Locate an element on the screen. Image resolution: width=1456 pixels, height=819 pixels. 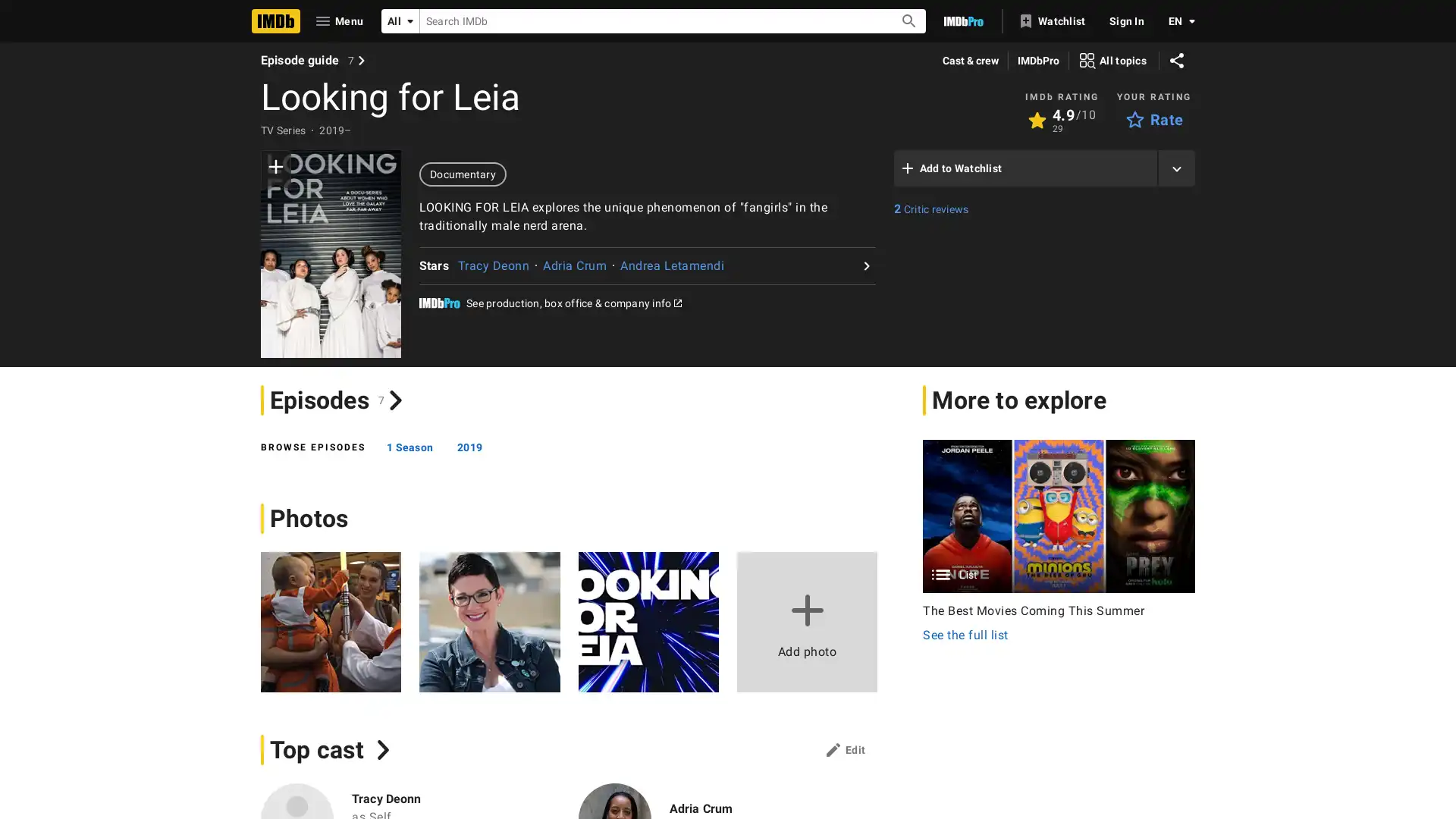
2019 is located at coordinates (469, 446).